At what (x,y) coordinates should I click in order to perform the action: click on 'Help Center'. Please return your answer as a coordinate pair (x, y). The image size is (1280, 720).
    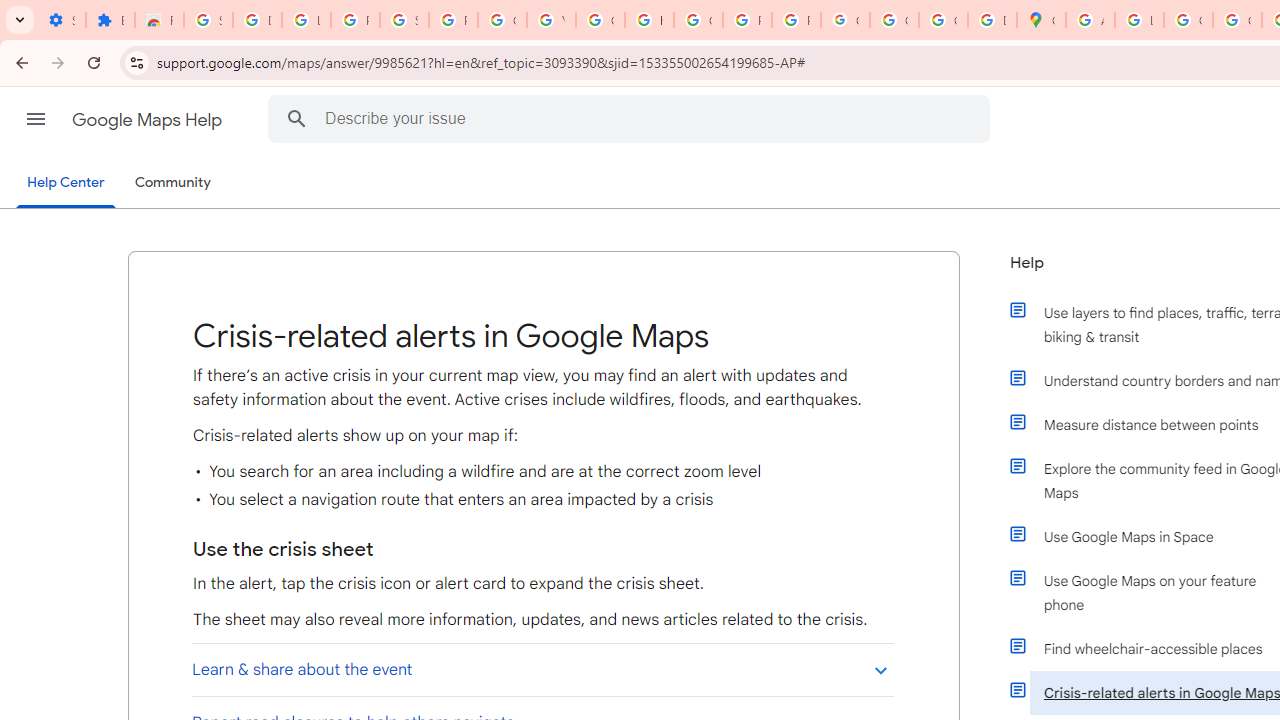
    Looking at the image, I should click on (65, 183).